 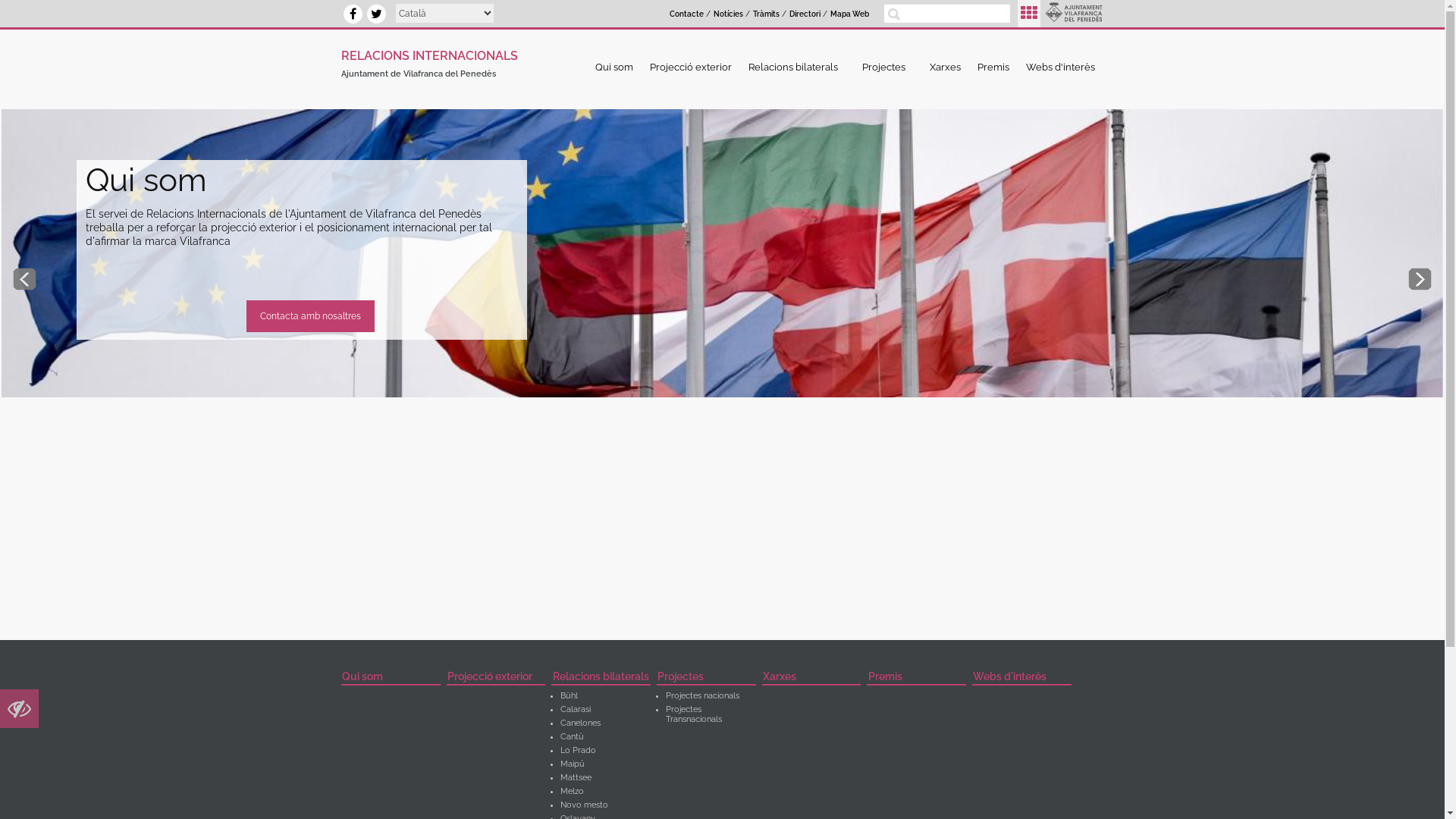 I want to click on 'Qui som', so click(x=614, y=66).